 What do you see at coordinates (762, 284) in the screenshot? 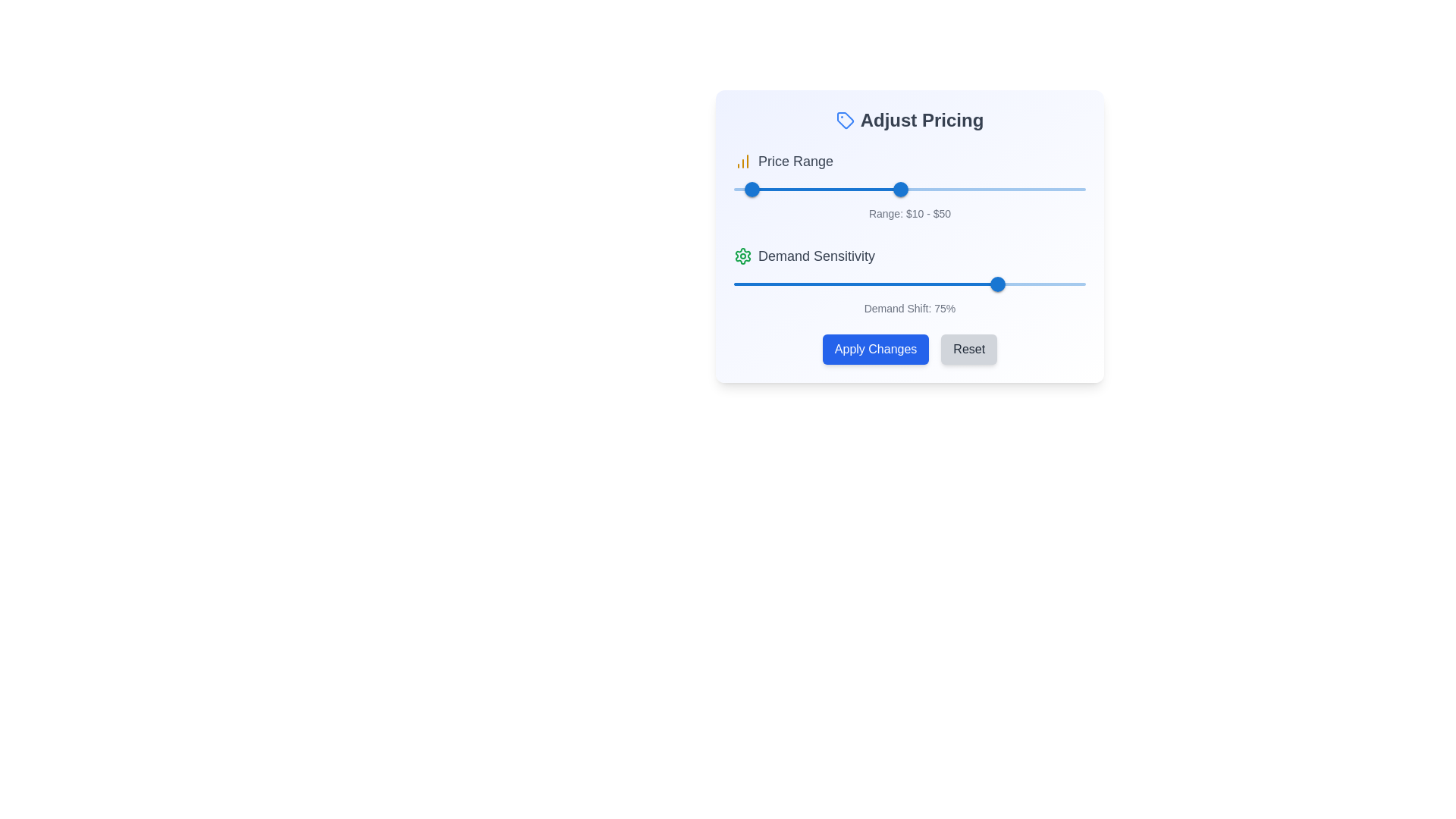
I see `Demand Sensitivity` at bounding box center [762, 284].